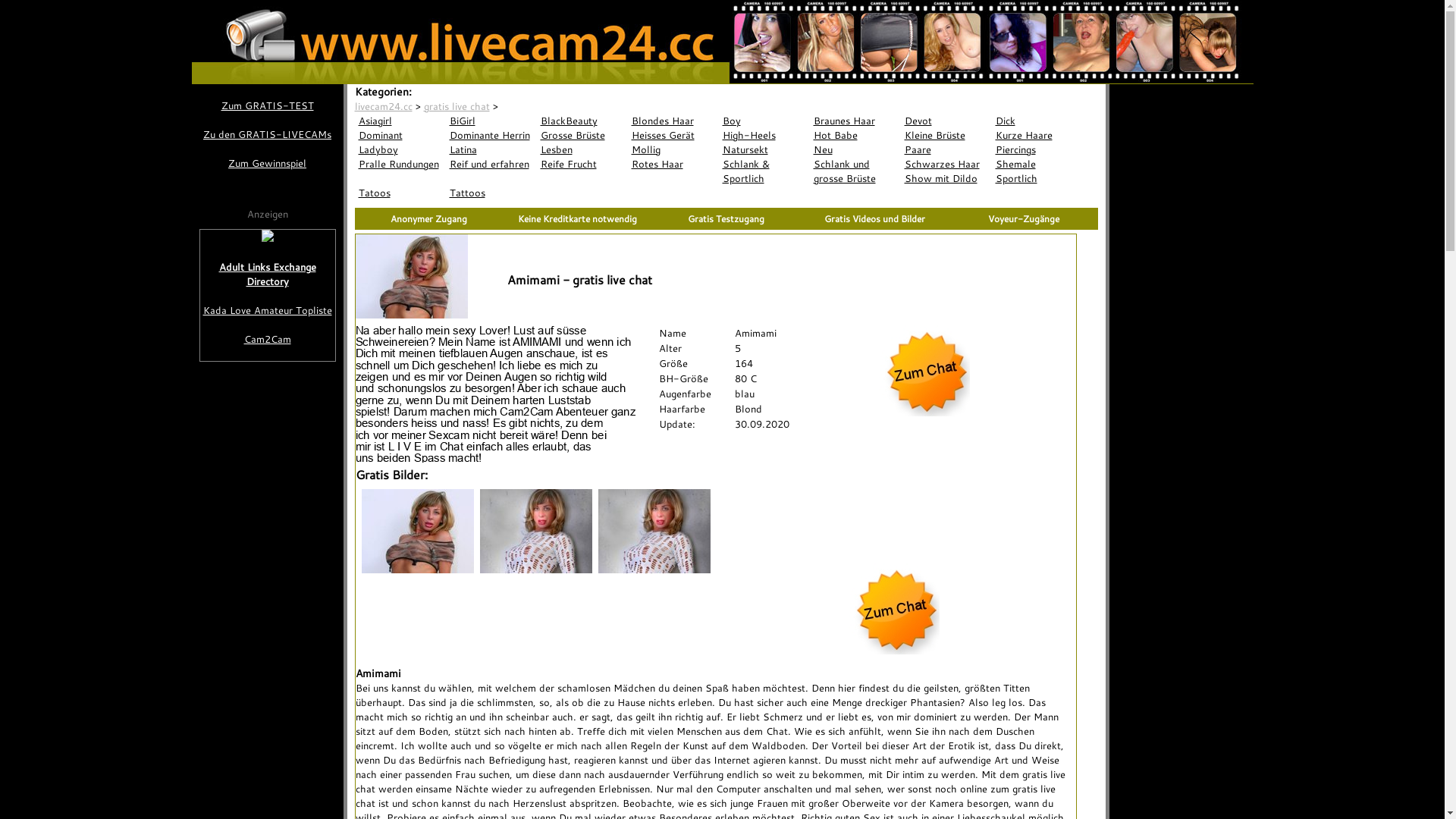 The width and height of the screenshot is (1456, 819). I want to click on 'Tatoos', so click(400, 192).